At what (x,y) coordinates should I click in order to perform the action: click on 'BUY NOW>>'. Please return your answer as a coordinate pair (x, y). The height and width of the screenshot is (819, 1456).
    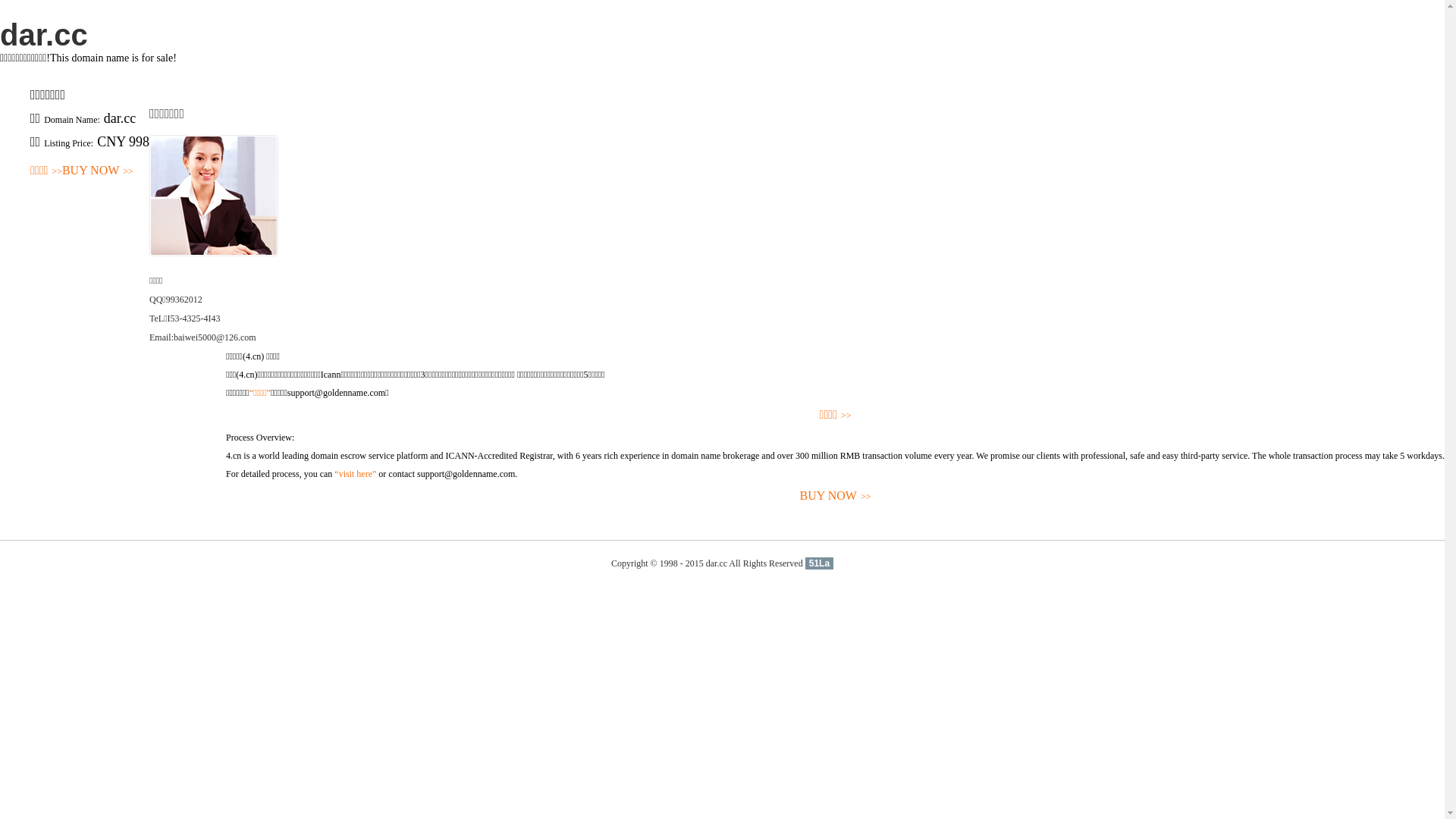
    Looking at the image, I should click on (834, 496).